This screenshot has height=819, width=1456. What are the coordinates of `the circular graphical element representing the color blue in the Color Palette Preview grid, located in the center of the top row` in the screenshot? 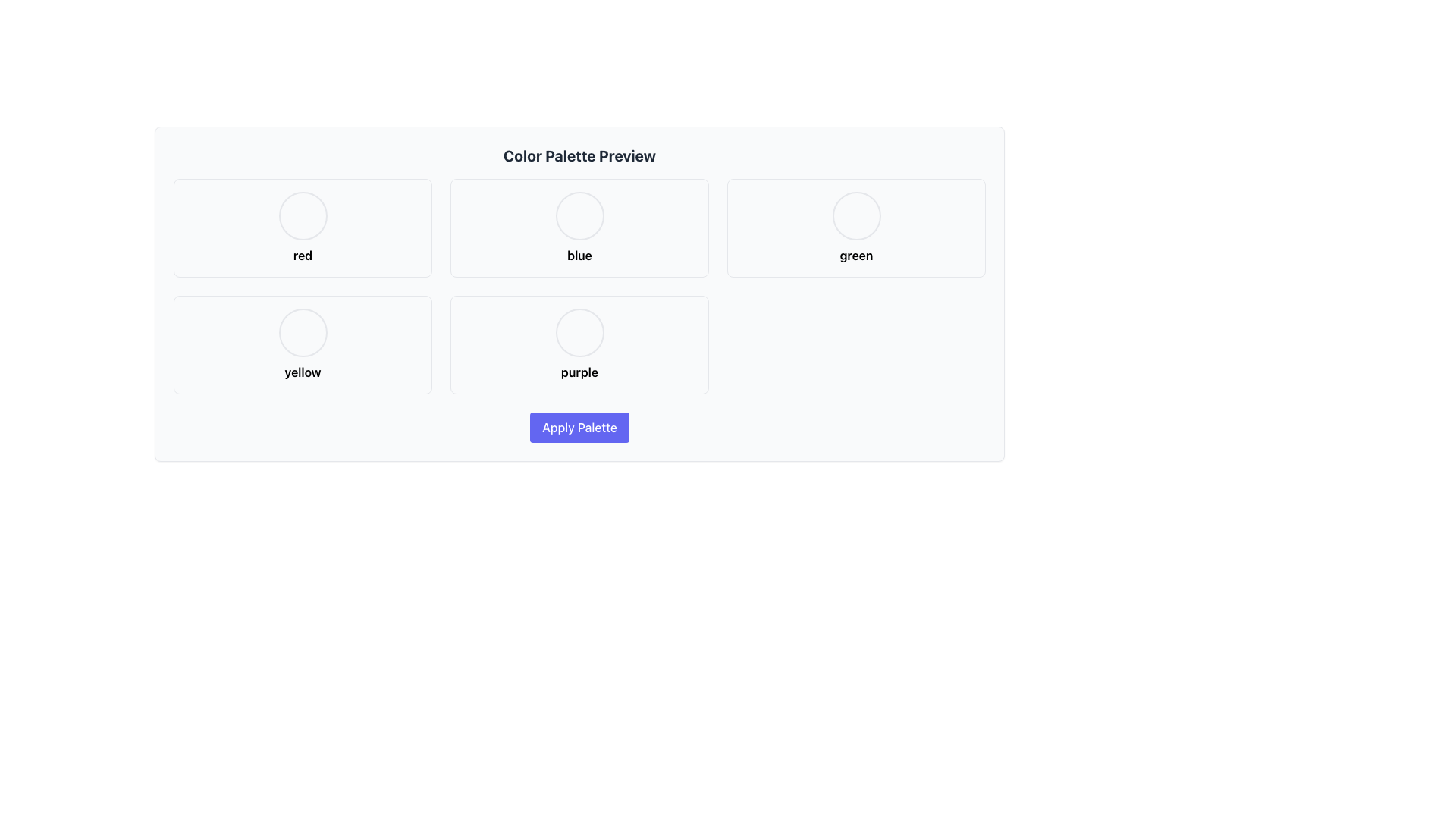 It's located at (579, 216).